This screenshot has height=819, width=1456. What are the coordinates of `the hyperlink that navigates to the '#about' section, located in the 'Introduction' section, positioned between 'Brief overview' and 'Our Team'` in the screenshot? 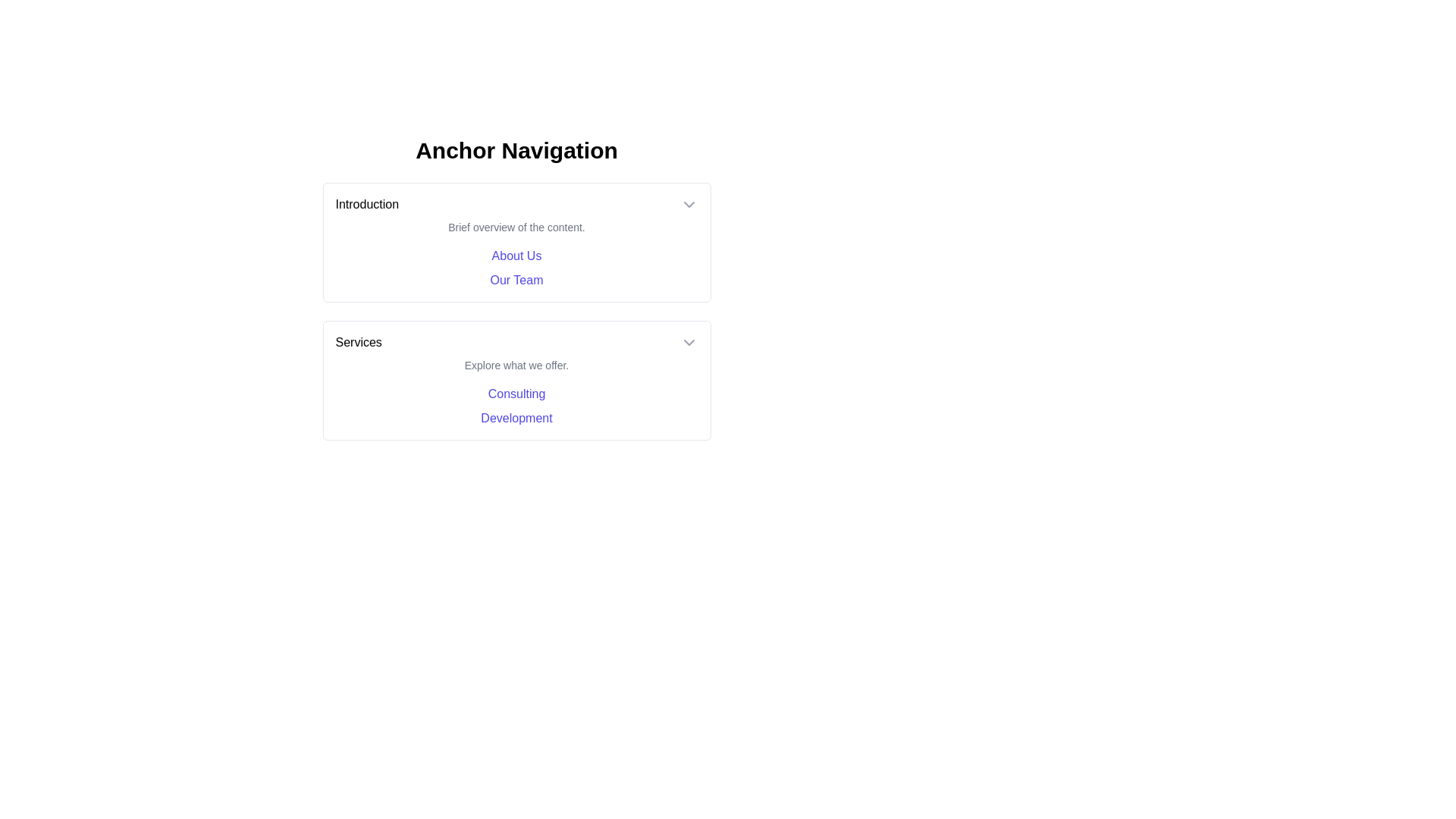 It's located at (516, 255).